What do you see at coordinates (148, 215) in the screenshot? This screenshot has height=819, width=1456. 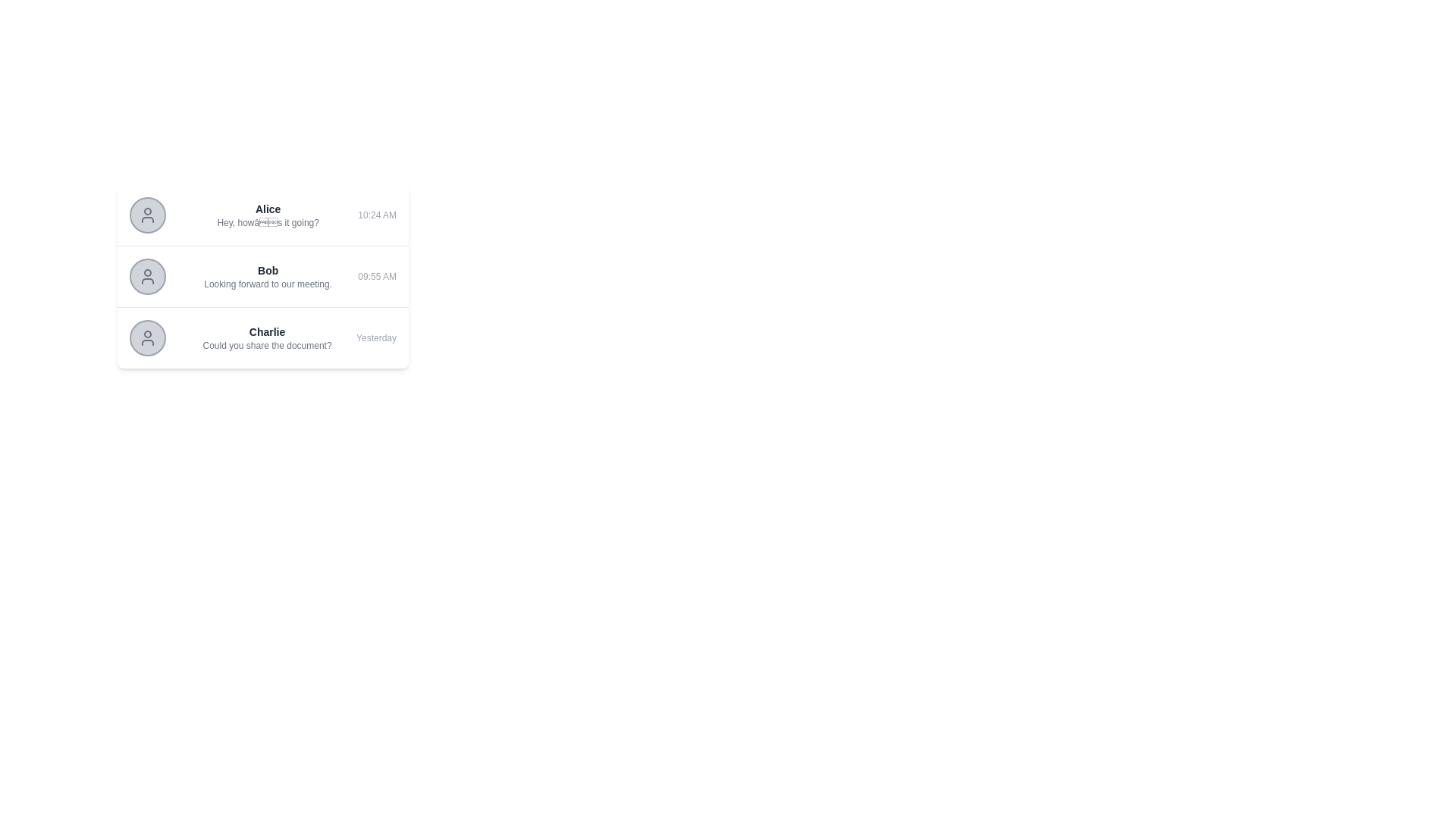 I see `the circular user profile icon outlined with a gray border, which represents 'Alice' in the user information row` at bounding box center [148, 215].